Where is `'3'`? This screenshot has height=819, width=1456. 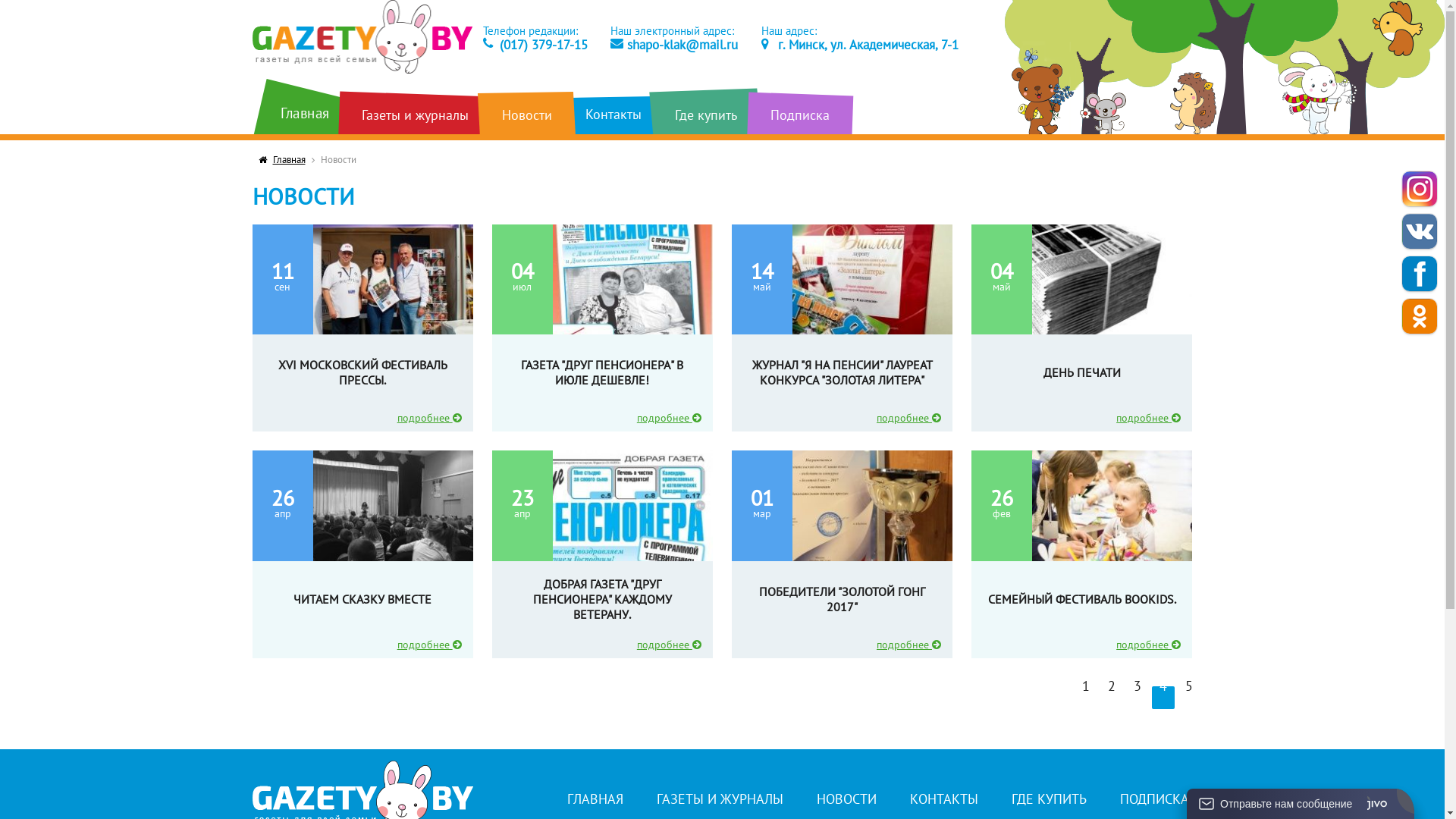
'3' is located at coordinates (1125, 698).